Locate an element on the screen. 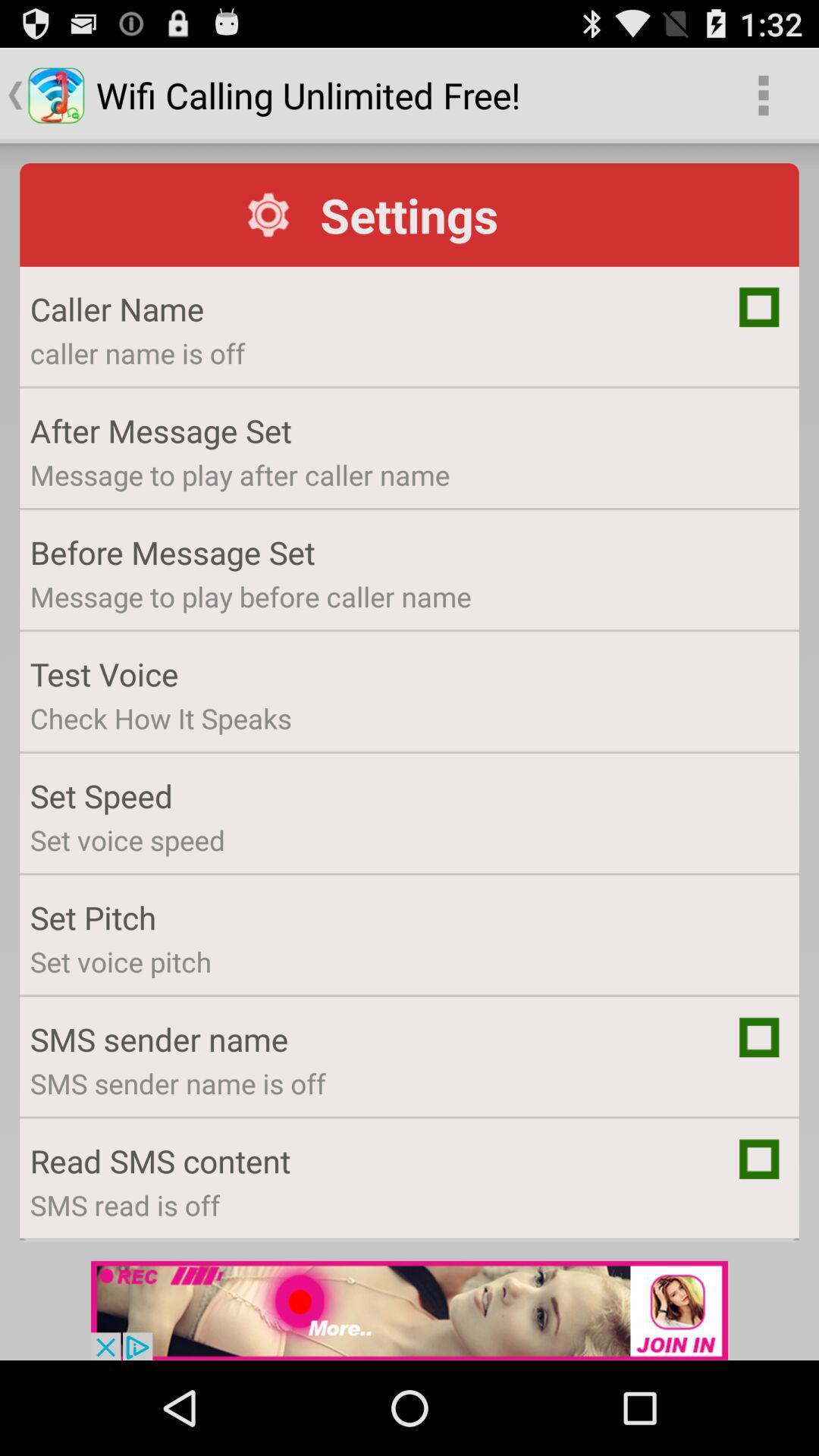 The height and width of the screenshot is (1456, 819). on/off is located at coordinates (759, 1158).